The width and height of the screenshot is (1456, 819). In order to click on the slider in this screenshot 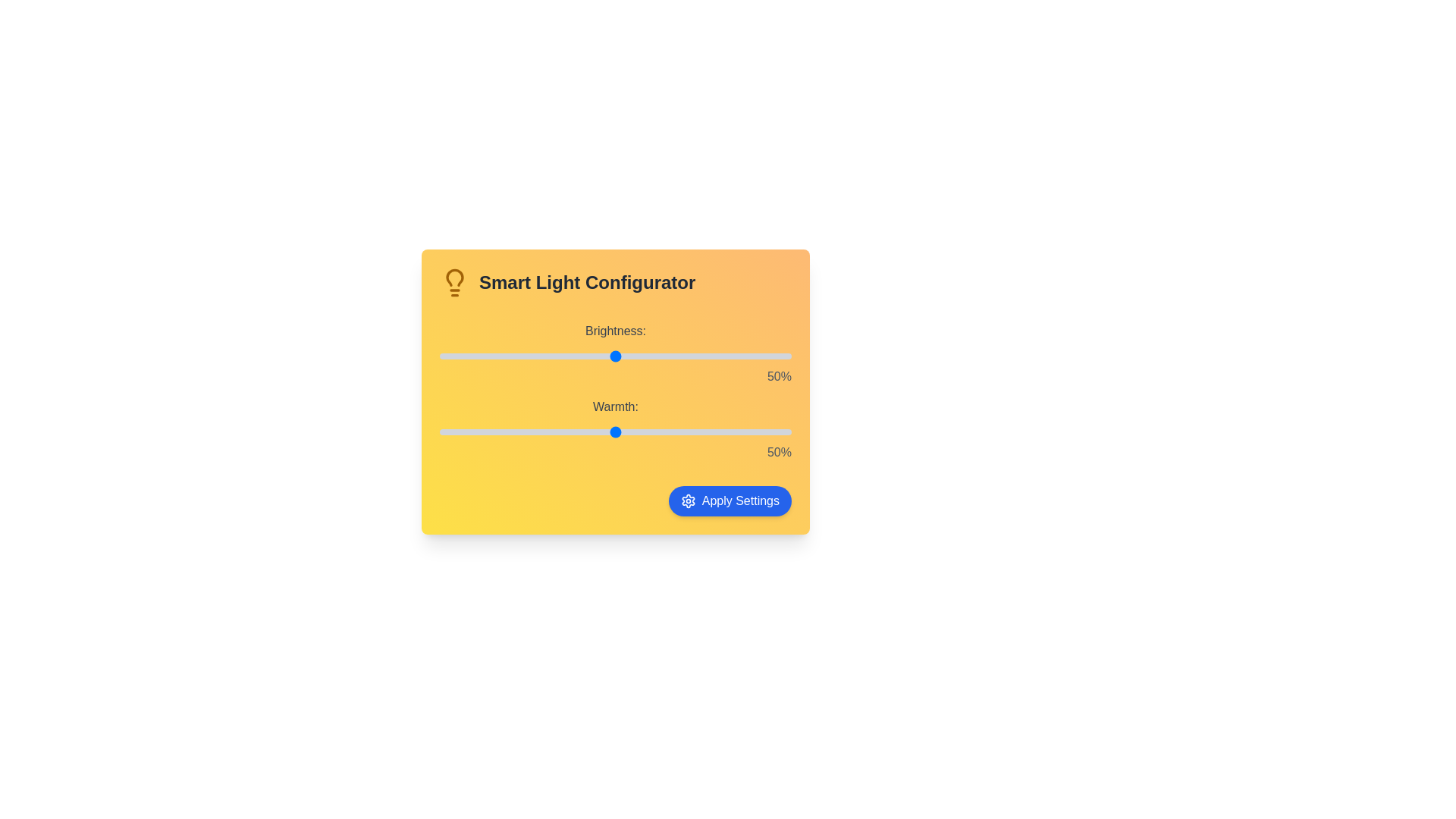, I will do `click(781, 432)`.